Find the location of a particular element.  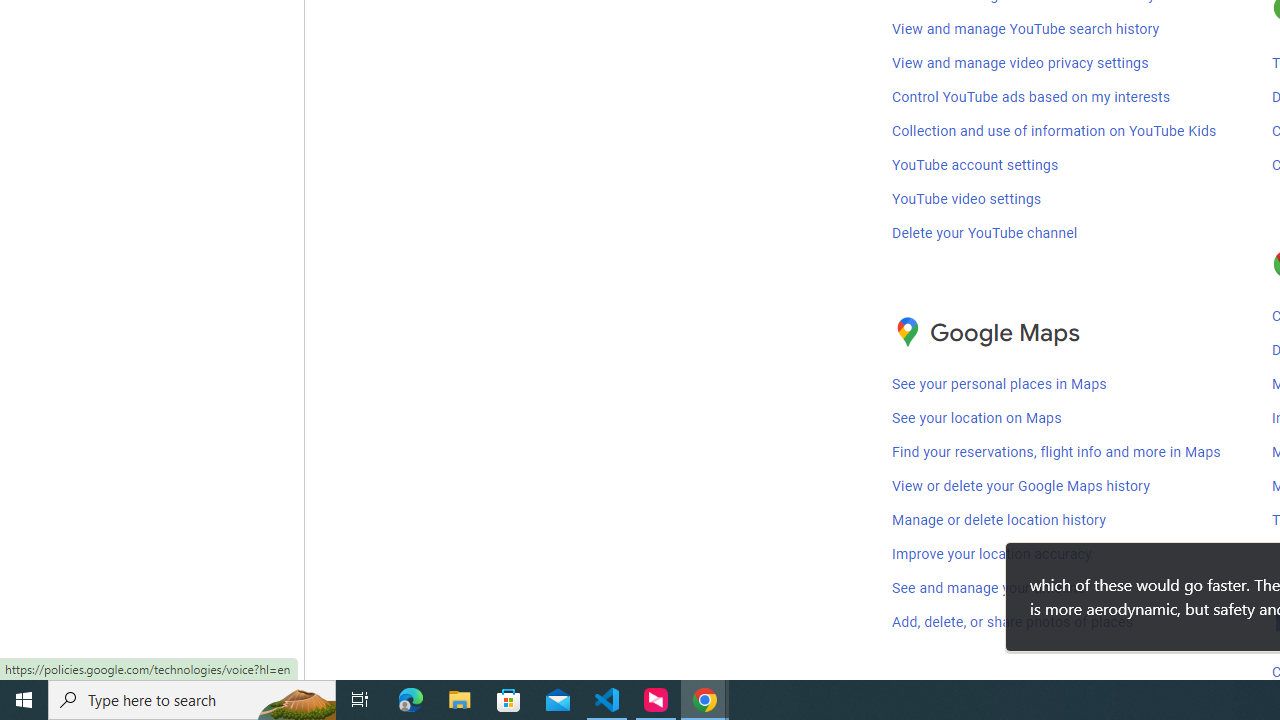

'Collection and use of information on YouTube Kids' is located at coordinates (1053, 130).